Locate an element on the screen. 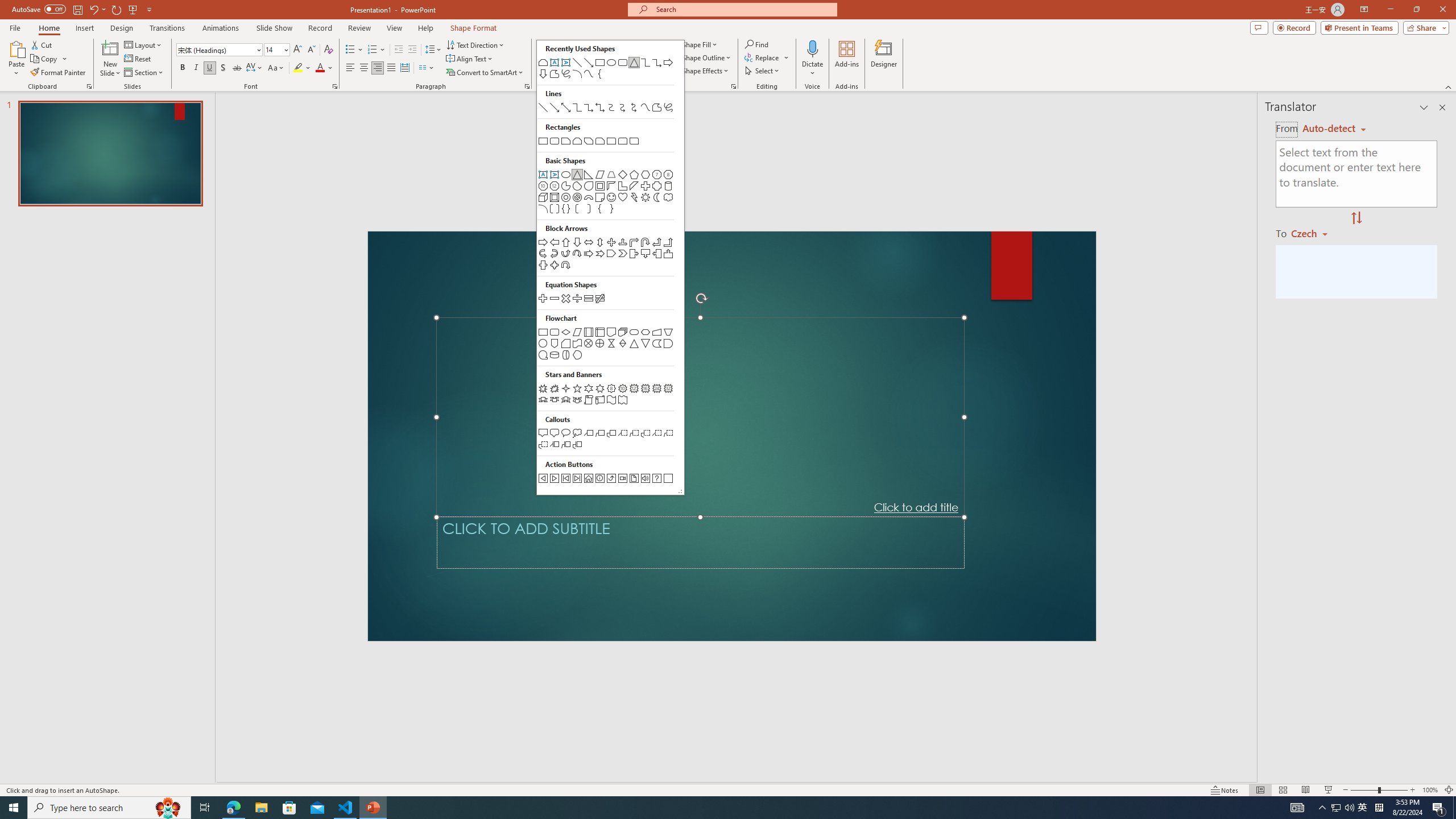  'Bold' is located at coordinates (183, 67).